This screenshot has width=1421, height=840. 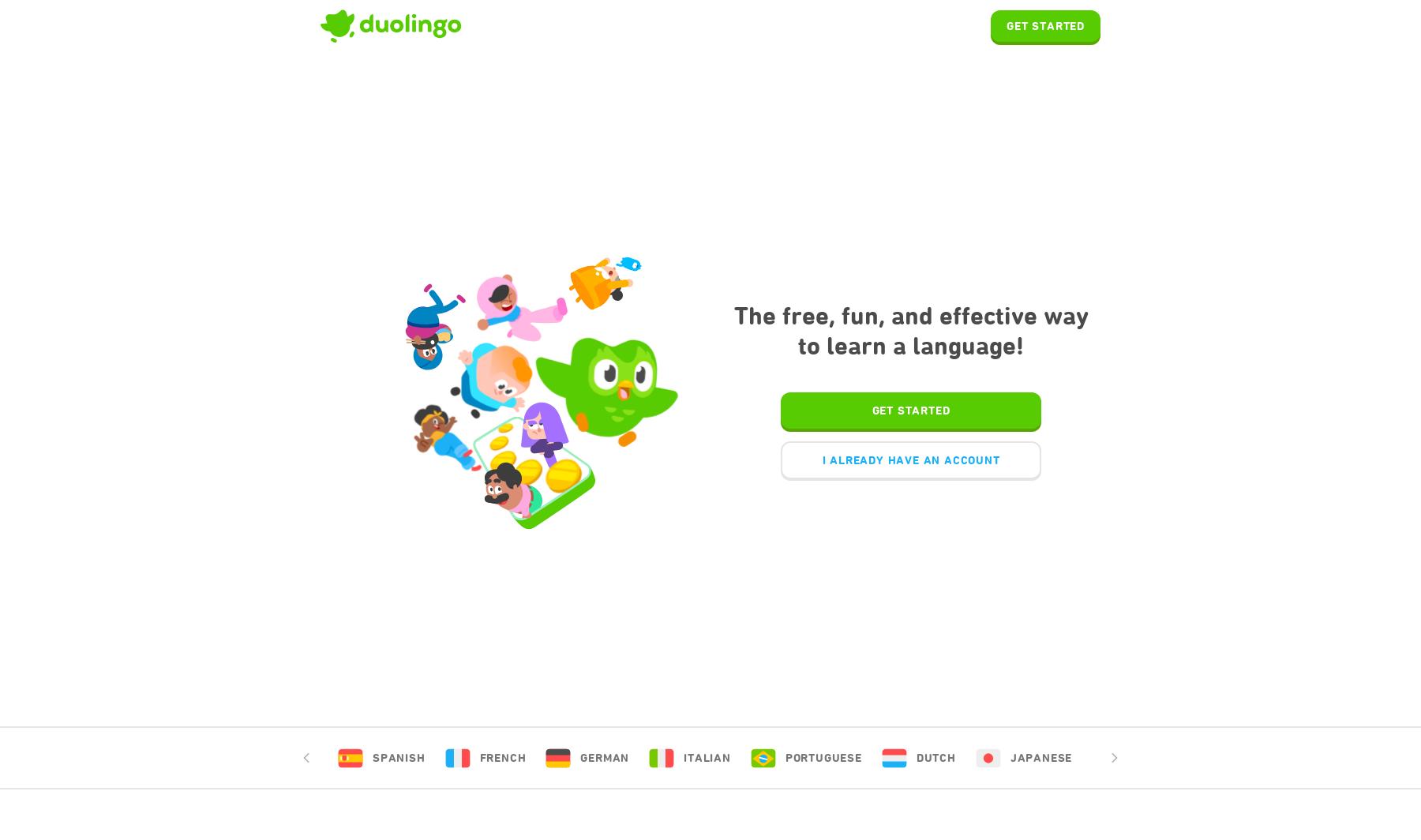 What do you see at coordinates (707, 758) in the screenshot?
I see `'Italian'` at bounding box center [707, 758].